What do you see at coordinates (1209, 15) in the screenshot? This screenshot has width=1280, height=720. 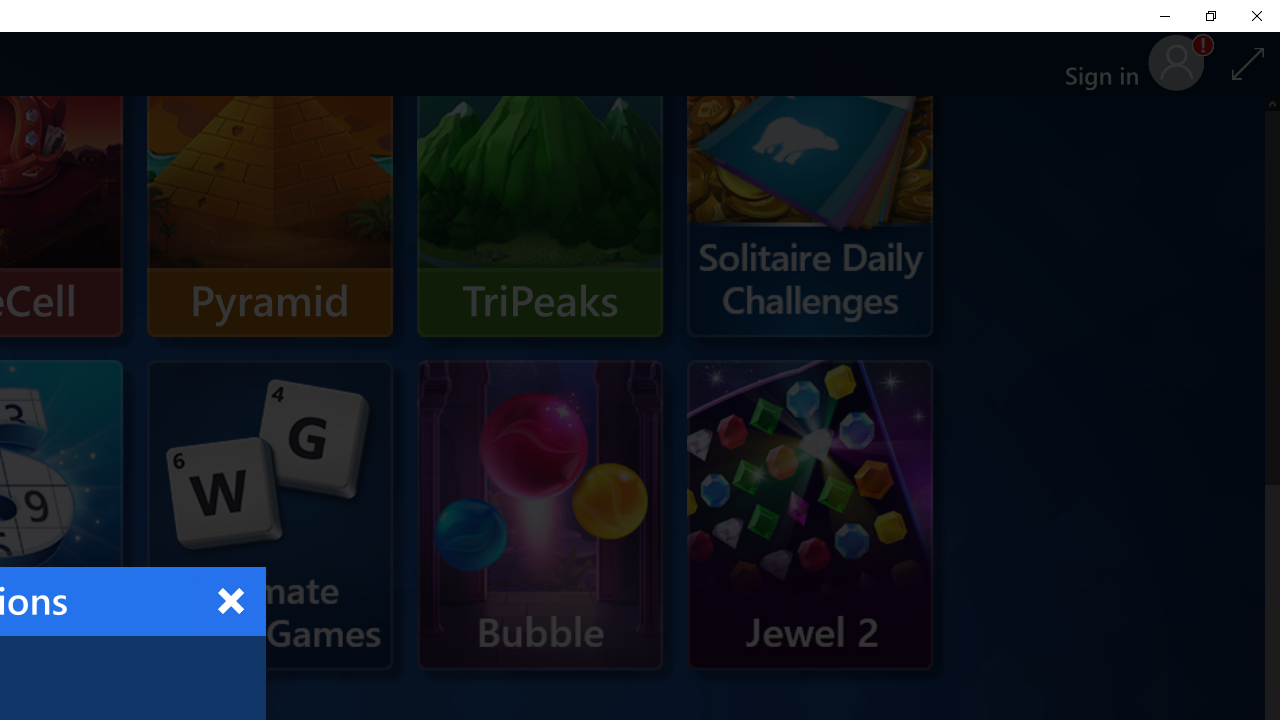 I see `'Restore Solitaire & Casual Games'` at bounding box center [1209, 15].